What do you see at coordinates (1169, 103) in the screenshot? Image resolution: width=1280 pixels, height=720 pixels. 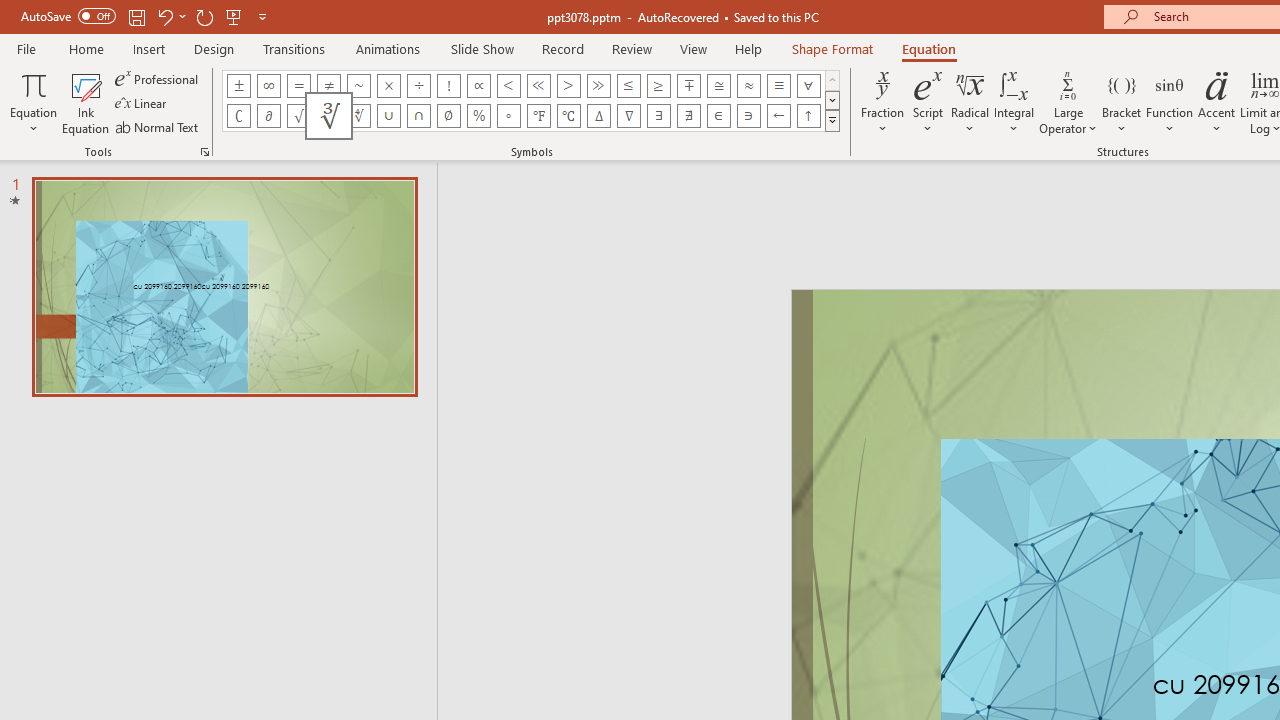 I see `'Function'` at bounding box center [1169, 103].